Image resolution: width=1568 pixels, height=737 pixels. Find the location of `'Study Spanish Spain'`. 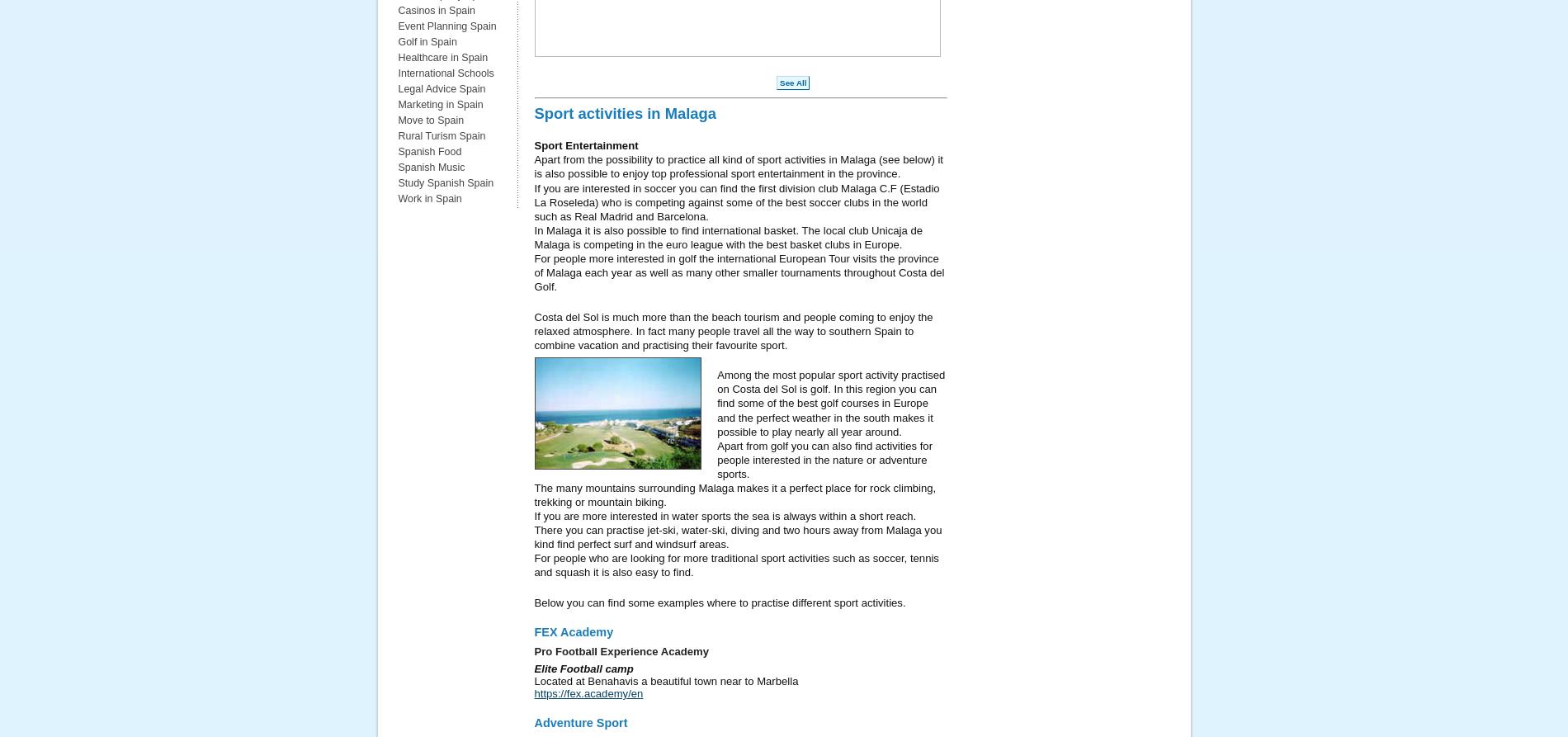

'Study Spanish Spain' is located at coordinates (398, 182).